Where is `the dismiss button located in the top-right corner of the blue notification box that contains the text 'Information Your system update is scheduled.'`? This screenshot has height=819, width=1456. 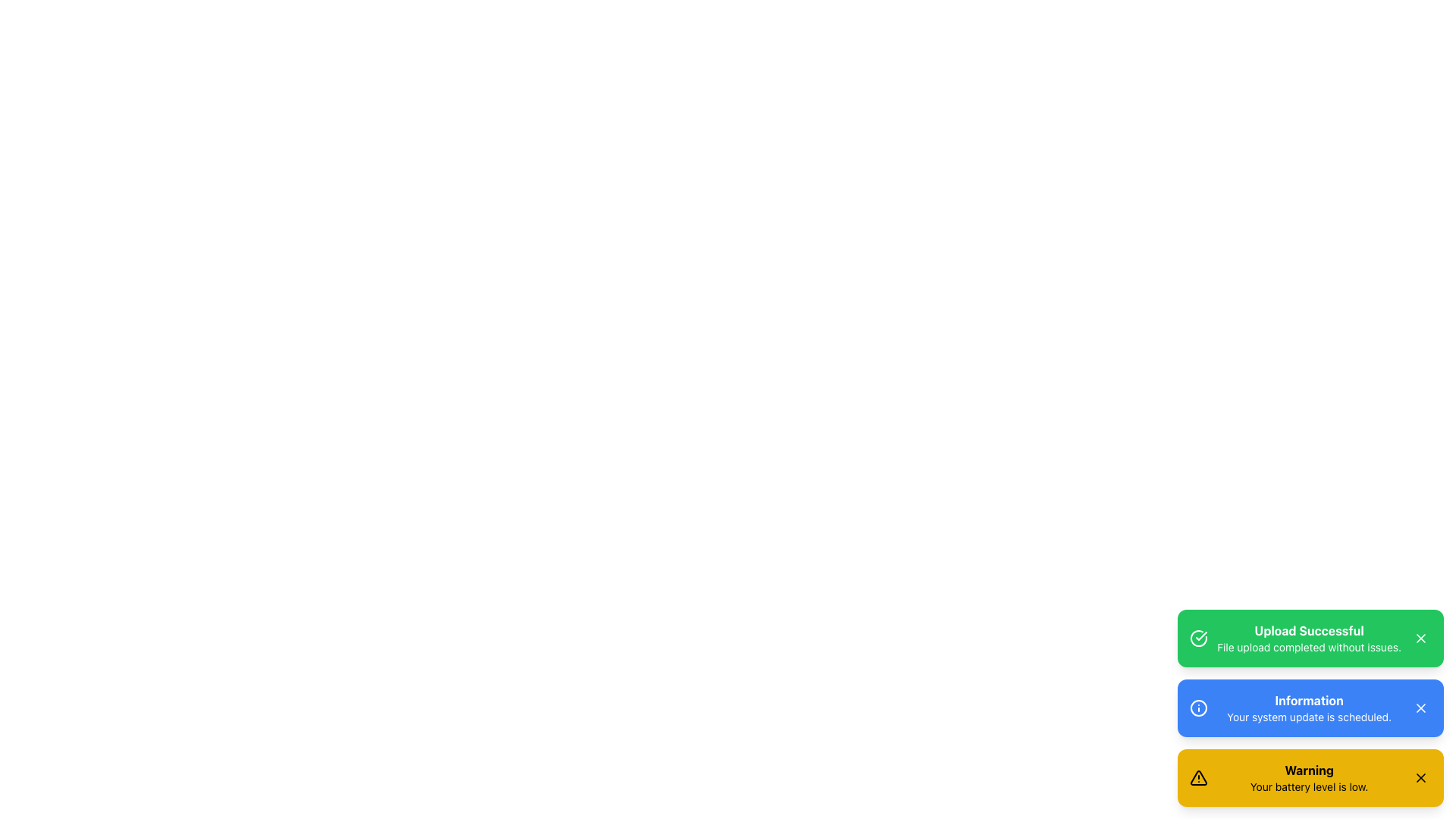
the dismiss button located in the top-right corner of the blue notification box that contains the text 'Information Your system update is scheduled.' is located at coordinates (1420, 708).